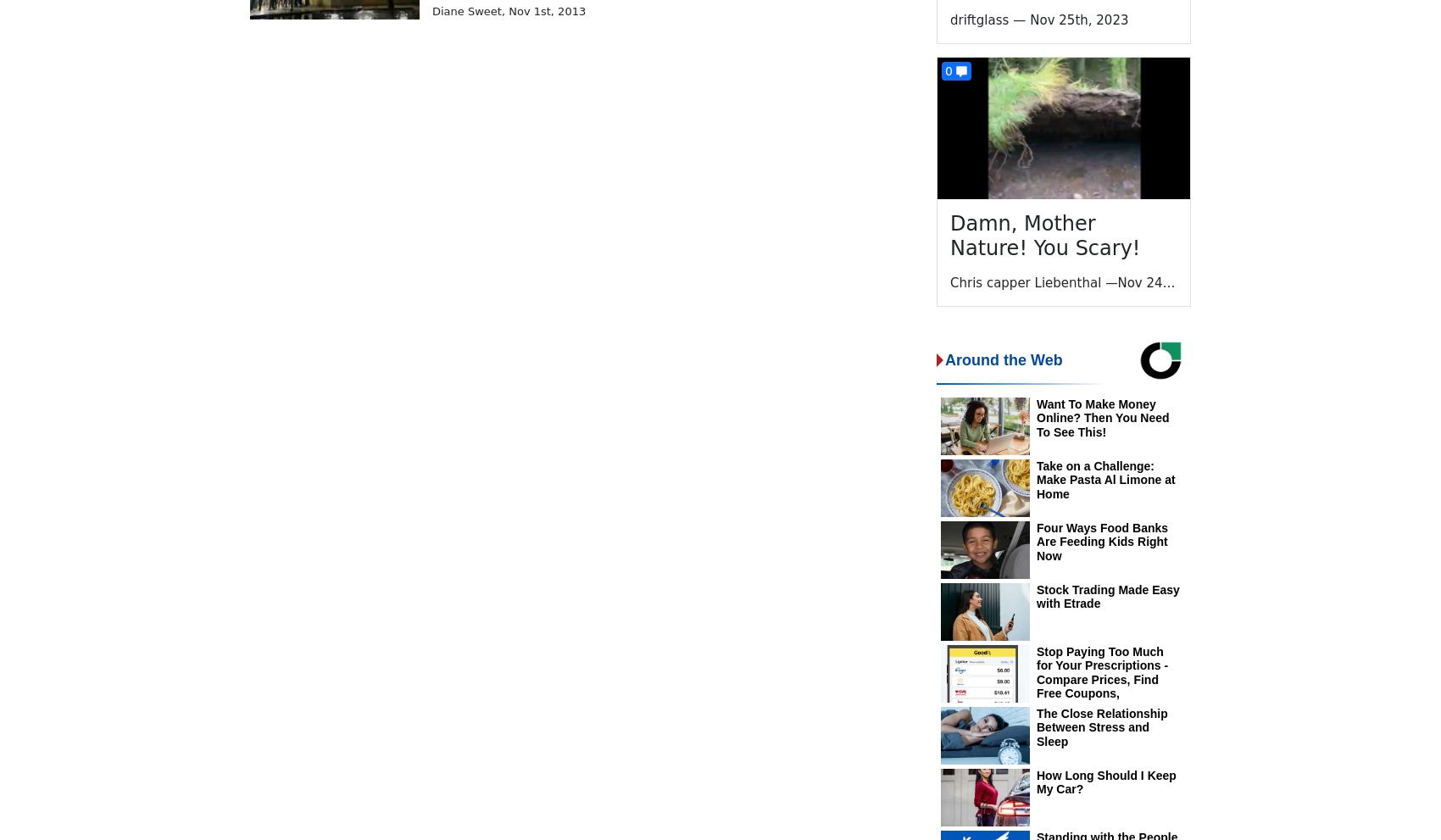 The image size is (1441, 840). What do you see at coordinates (465, 9) in the screenshot?
I see `'Diane Sweet'` at bounding box center [465, 9].